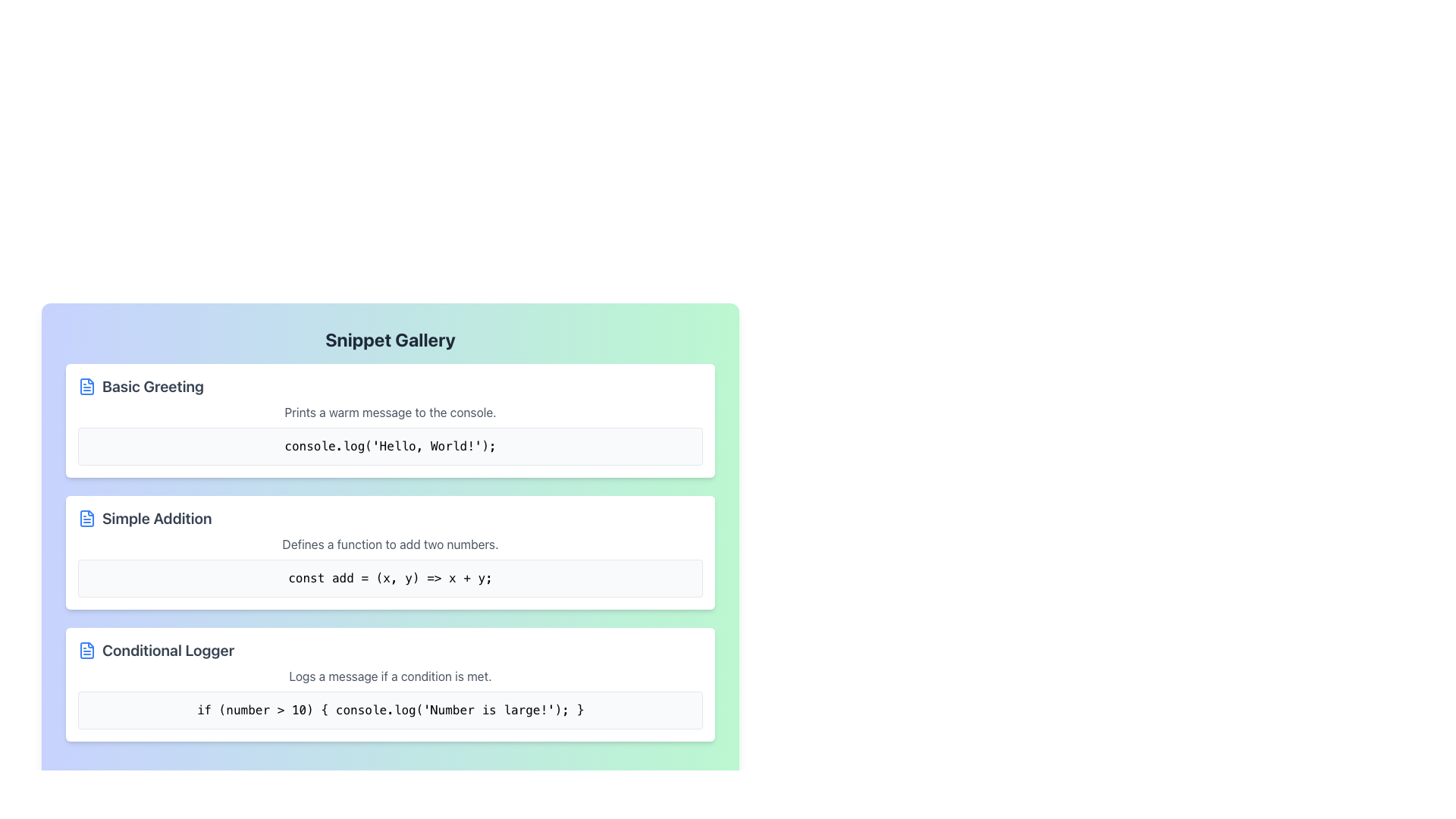 The image size is (1456, 819). Describe the element at coordinates (390, 579) in the screenshot. I see `the text block styled as a code snippet displaying a JavaScript function for addition, located in the 'Simple Addition' section beneath the description 'Defines a function to add two numbers.'` at that location.